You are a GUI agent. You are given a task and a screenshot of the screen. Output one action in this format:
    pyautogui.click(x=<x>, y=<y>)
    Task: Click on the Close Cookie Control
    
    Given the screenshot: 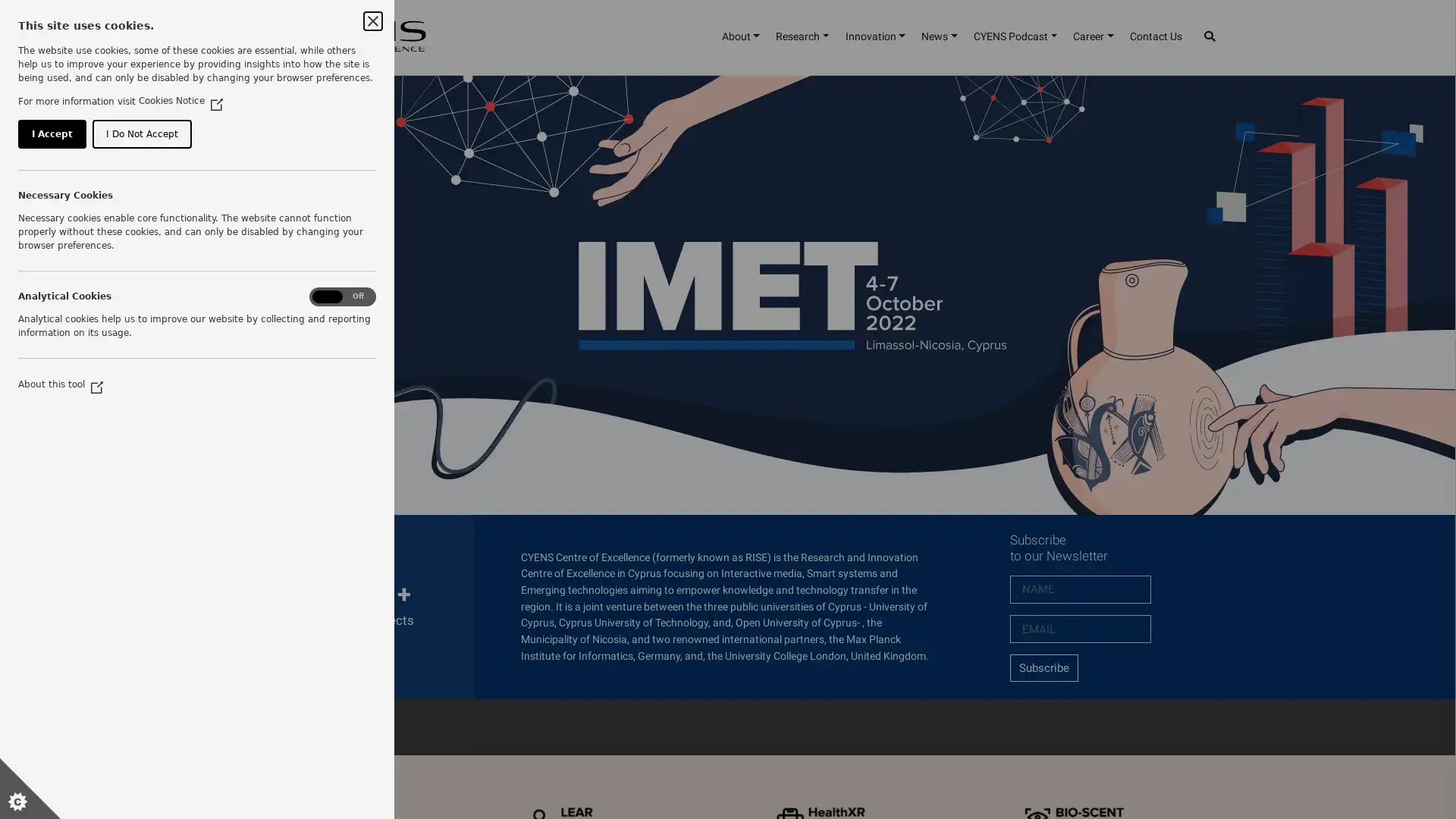 What is the action you would take?
    pyautogui.click(x=372, y=20)
    